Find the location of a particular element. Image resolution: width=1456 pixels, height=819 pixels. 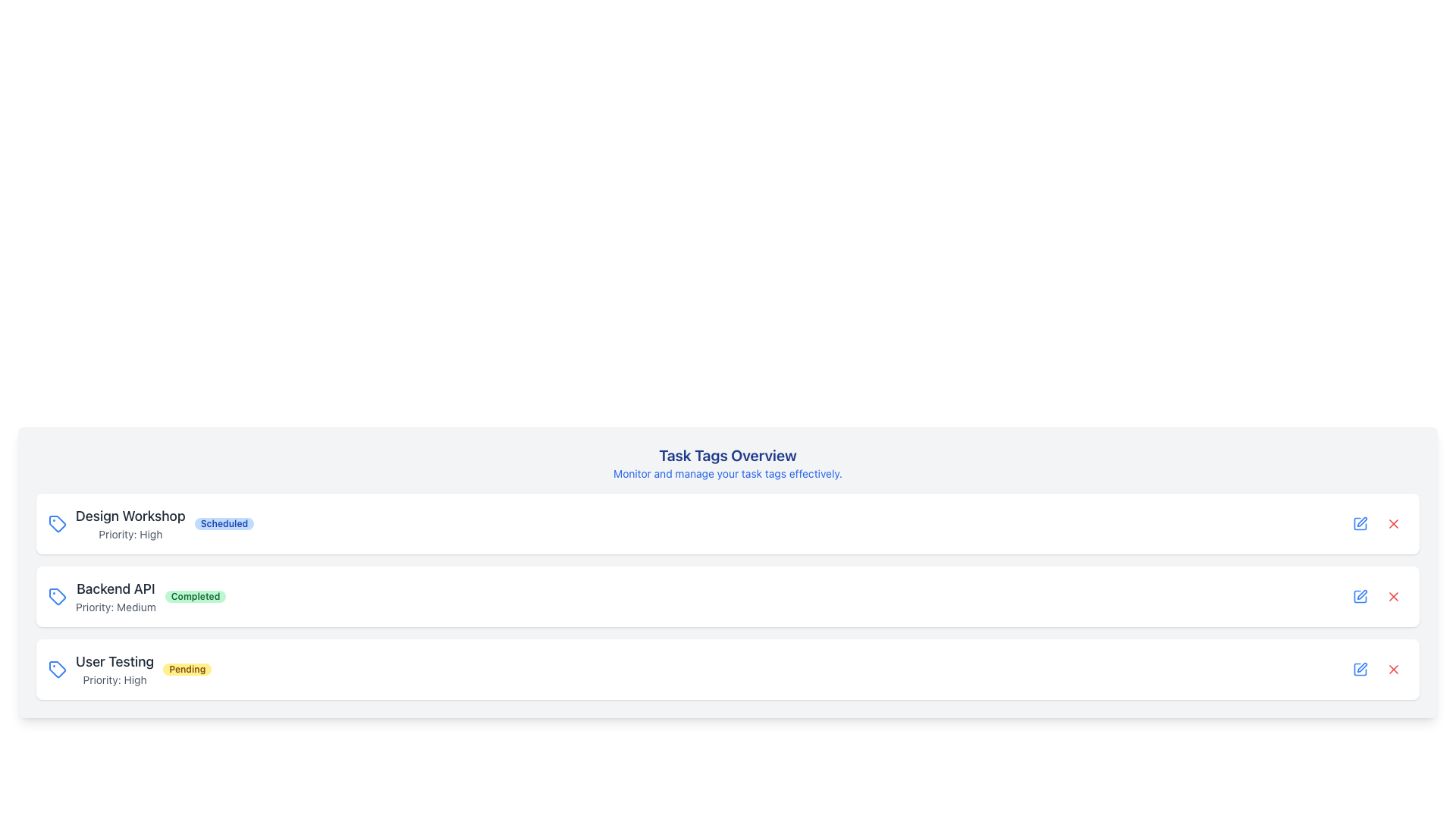

the Text Label displaying 'Monitor and manage your task tags effectively.' which is styled with a small font size and light blue color, located below the title 'Task Tags Overview.' is located at coordinates (728, 472).